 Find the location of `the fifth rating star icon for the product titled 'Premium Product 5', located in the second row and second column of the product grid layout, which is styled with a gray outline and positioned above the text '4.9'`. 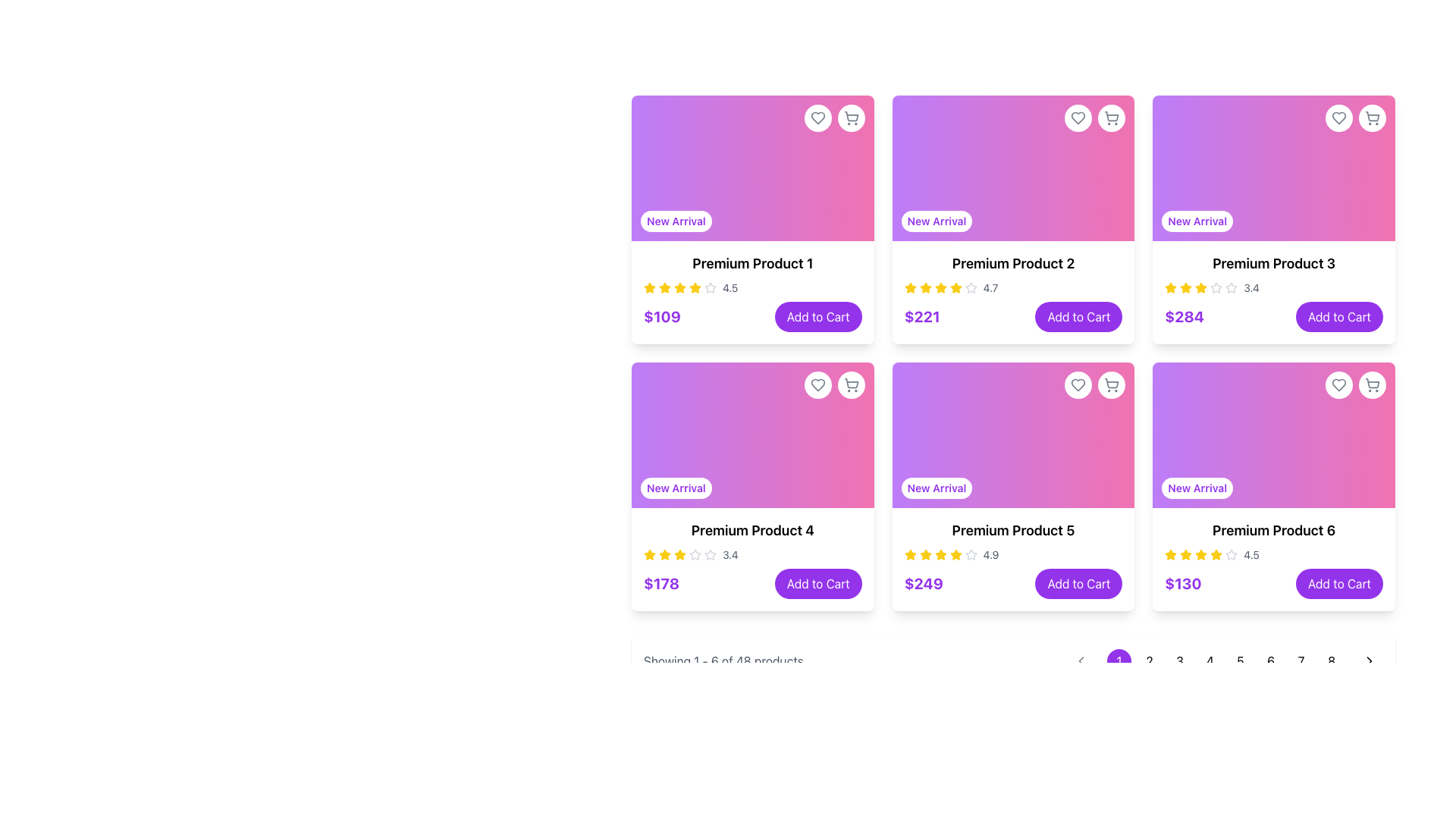

the fifth rating star icon for the product titled 'Premium Product 5', located in the second row and second column of the product grid layout, which is styled with a gray outline and positioned above the text '4.9' is located at coordinates (971, 554).